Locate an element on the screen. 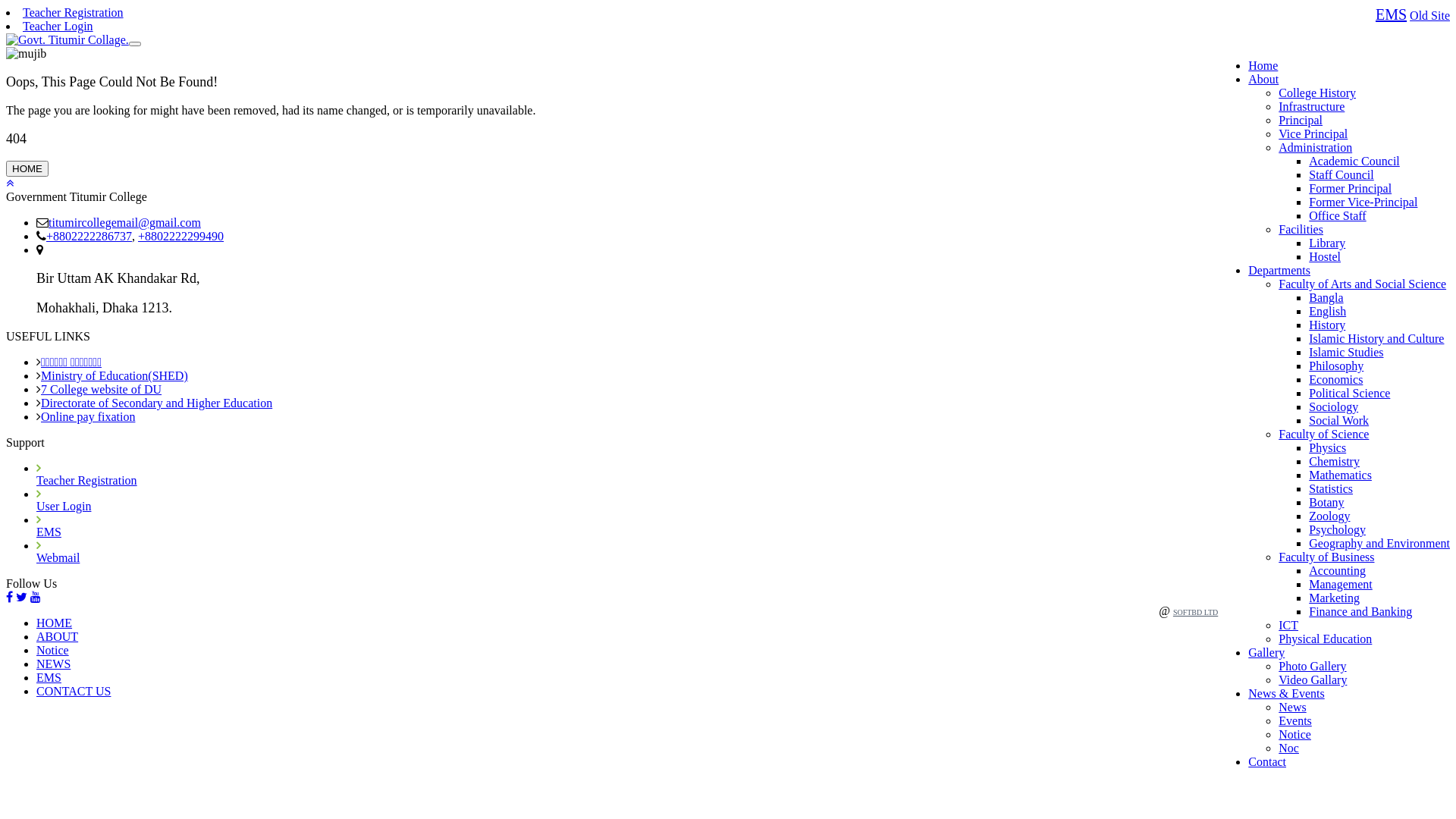 This screenshot has height=819, width=1456. 'Former Vice-Principal' is located at coordinates (1363, 201).